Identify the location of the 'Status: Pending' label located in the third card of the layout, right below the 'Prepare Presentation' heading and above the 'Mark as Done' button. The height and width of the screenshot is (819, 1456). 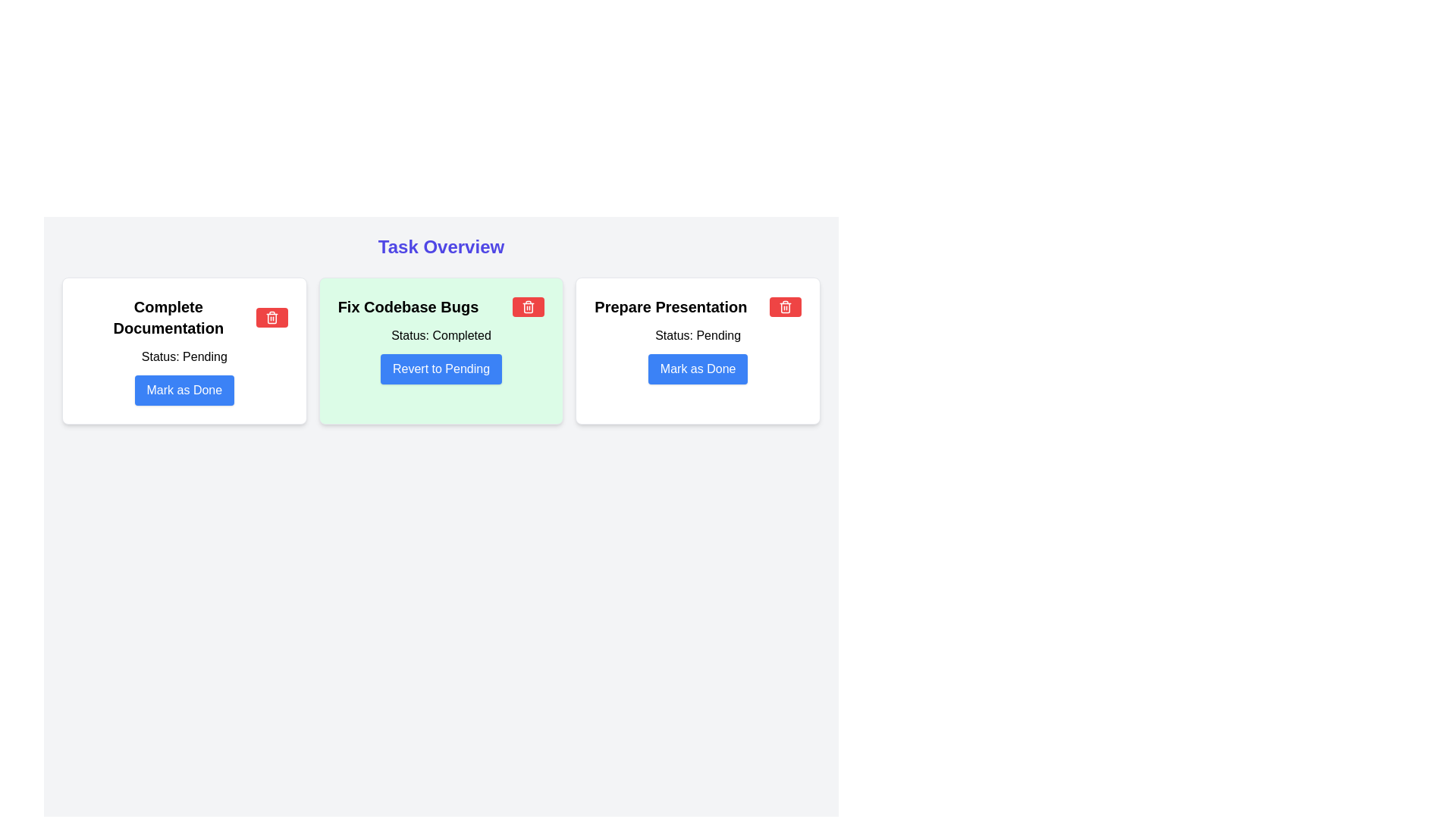
(697, 335).